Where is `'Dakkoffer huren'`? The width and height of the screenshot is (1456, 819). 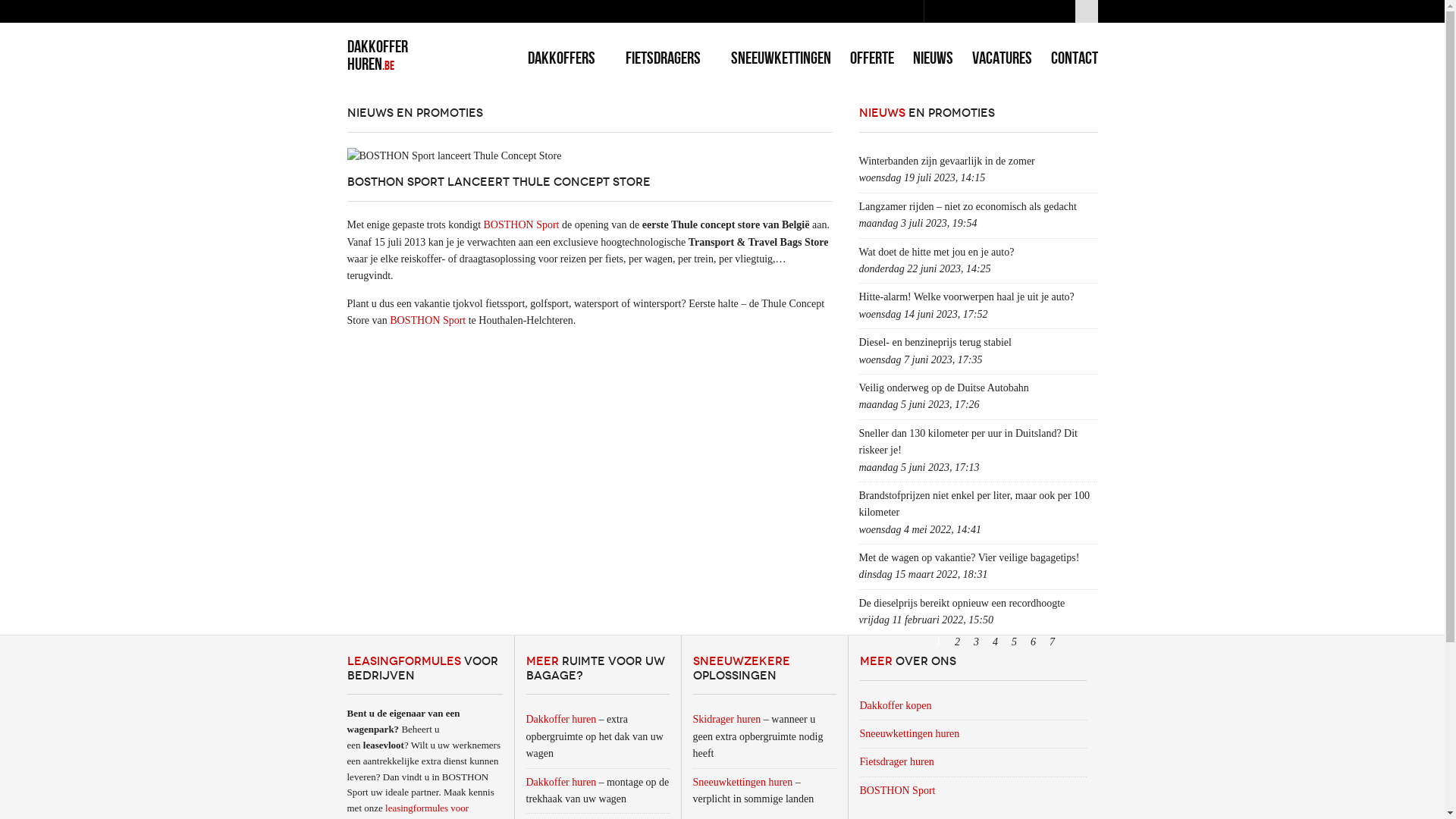 'Dakkoffer huren' is located at coordinates (560, 782).